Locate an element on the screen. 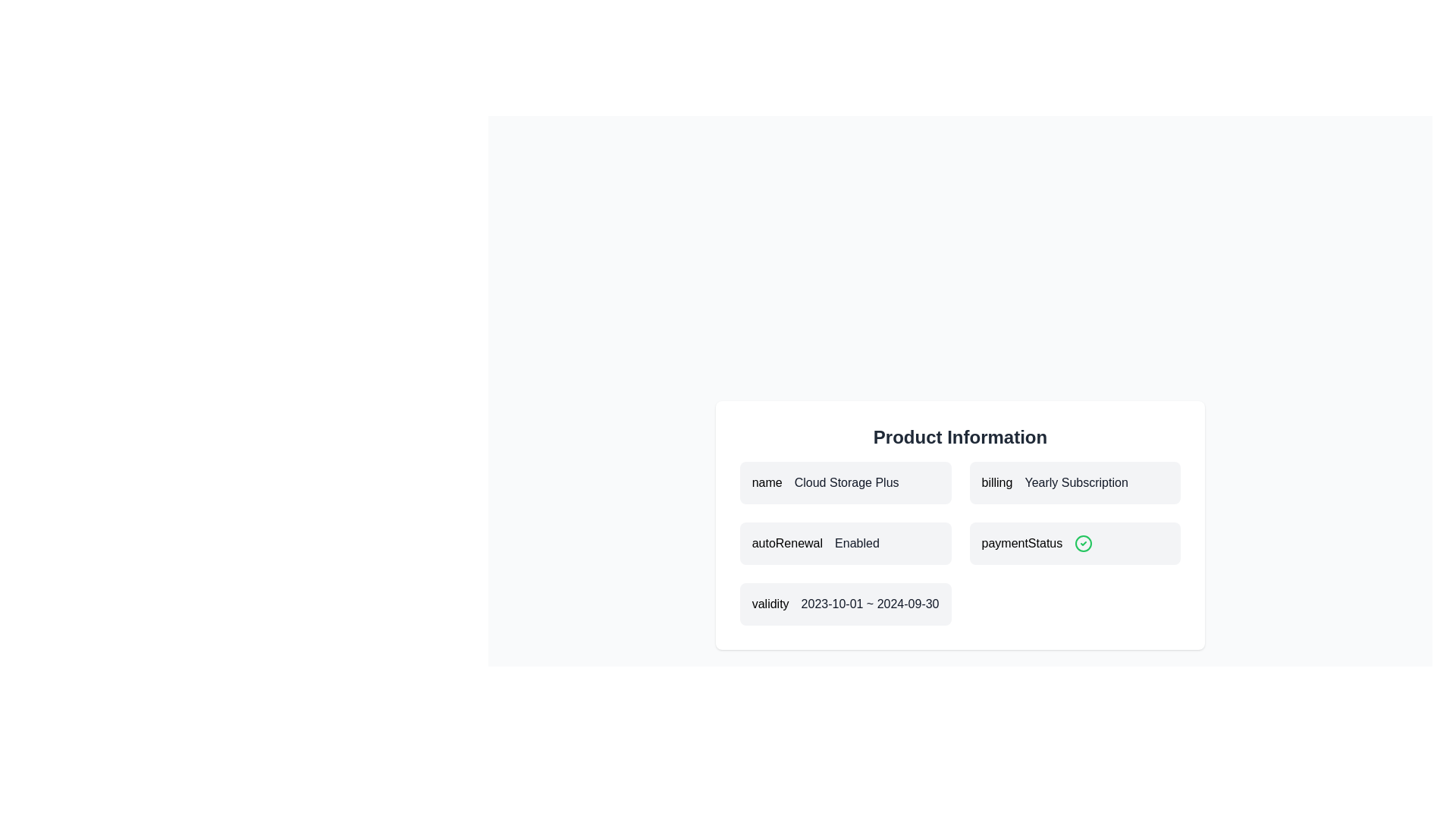  the Text Display Group that displays the name and title of the product or service, located in the top-left section under 'Product Information' is located at coordinates (845, 482).